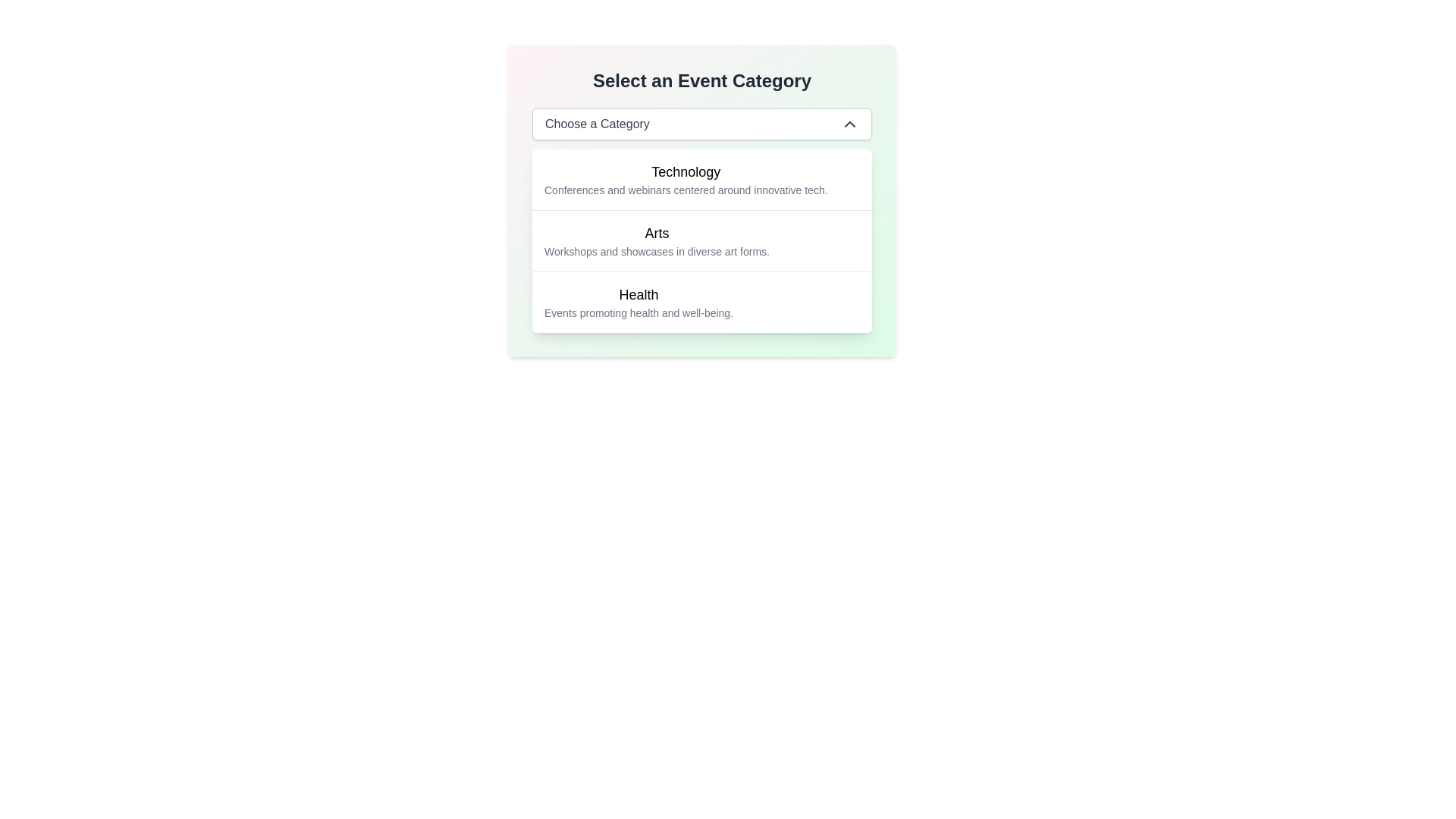 This screenshot has height=819, width=1456. I want to click on keyboard navigation, so click(685, 178).